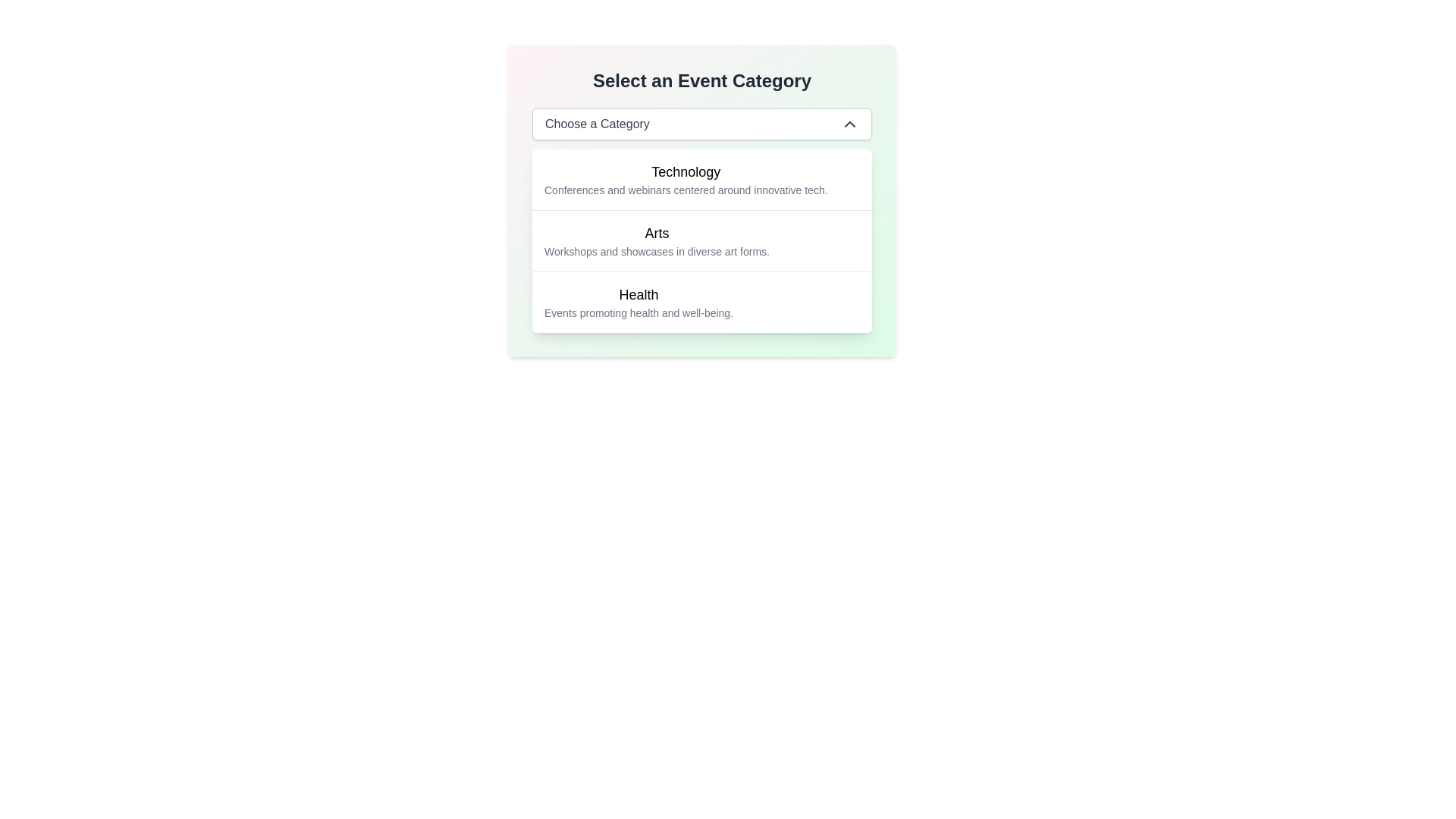 This screenshot has height=819, width=1456. I want to click on keyboard navigation, so click(685, 178).